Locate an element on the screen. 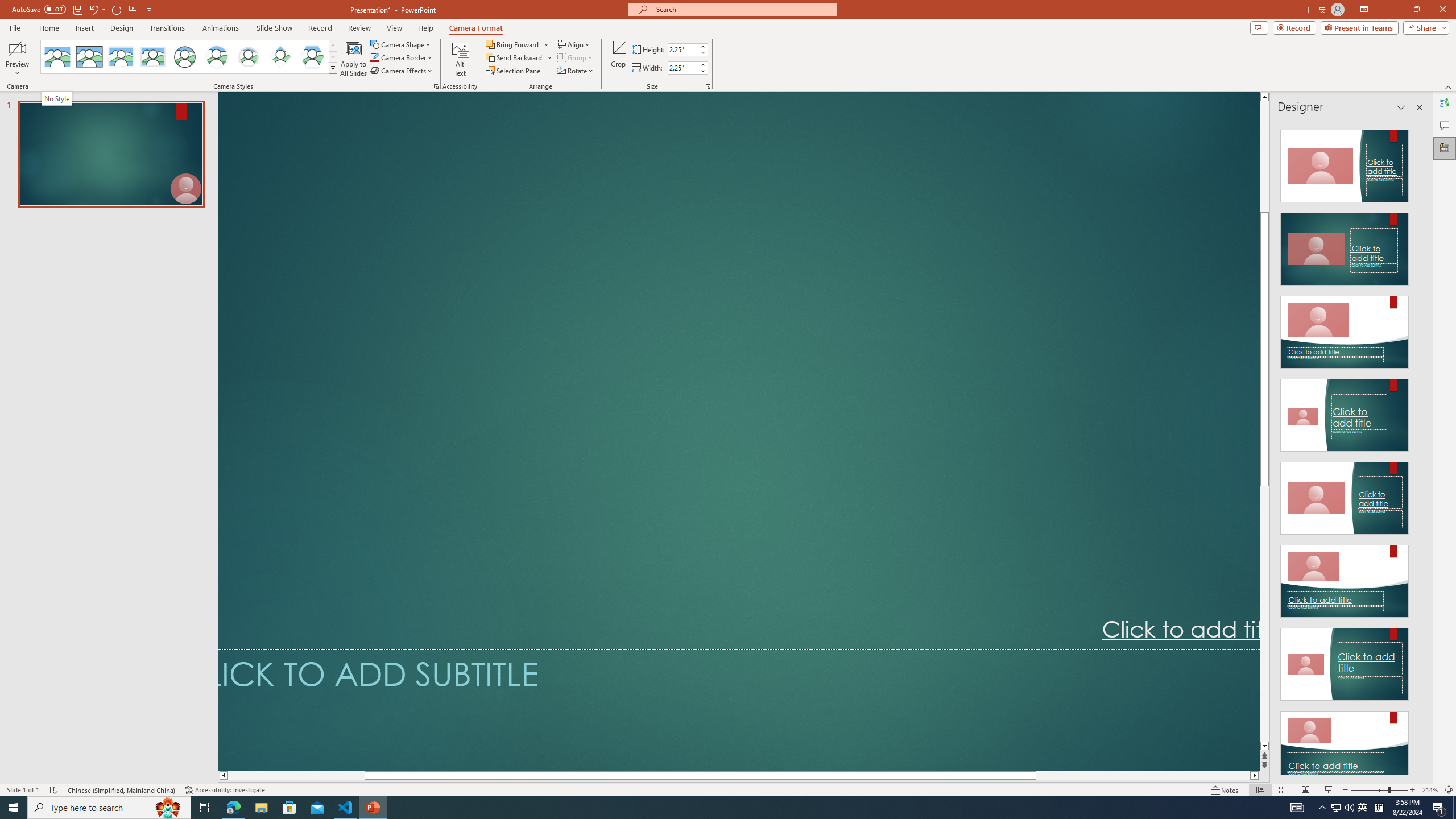 This screenshot has height=819, width=1456. 'Bring Forward' is located at coordinates (512, 44).